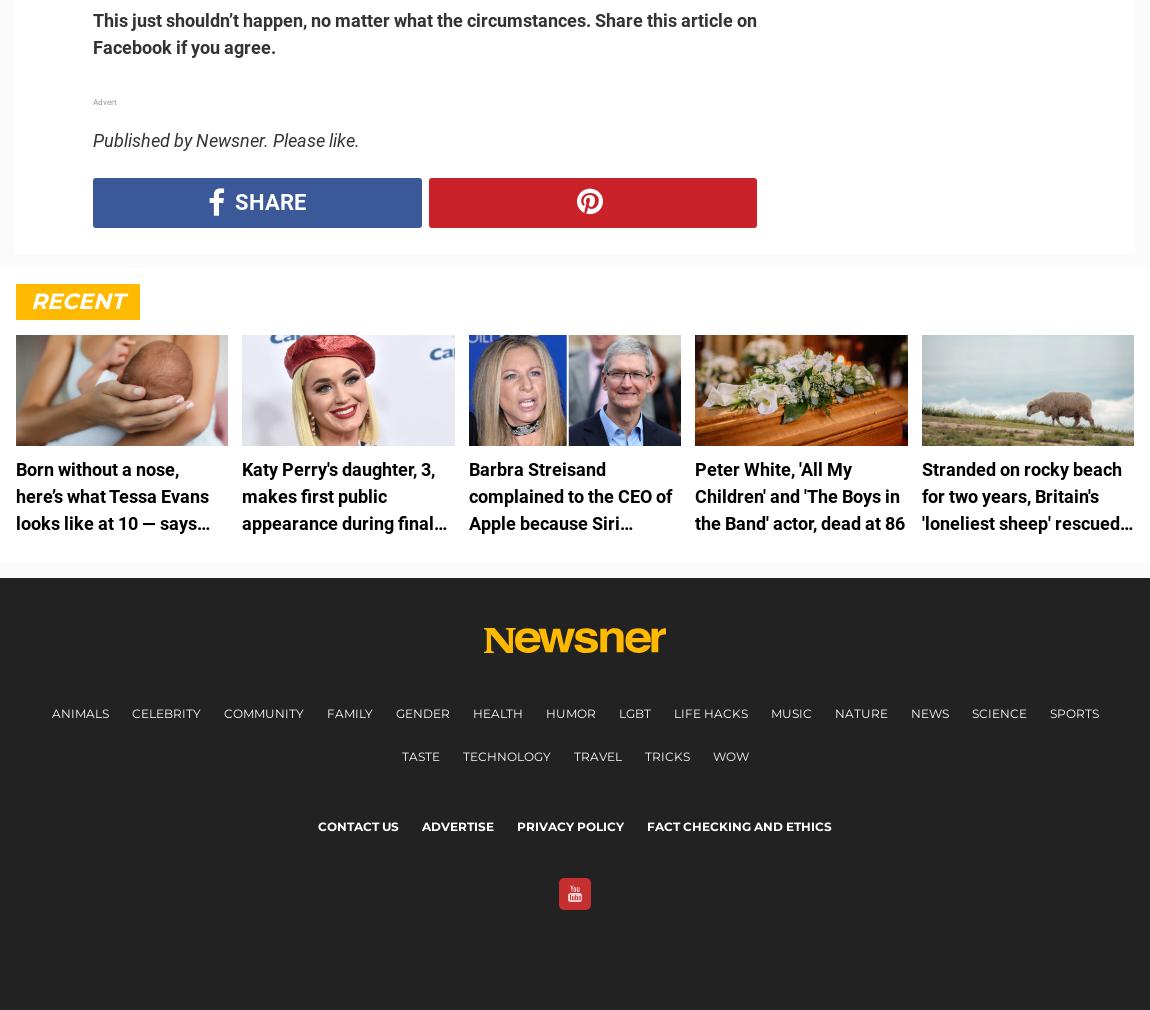 The image size is (1150, 1010). I want to click on 'Family', so click(326, 712).